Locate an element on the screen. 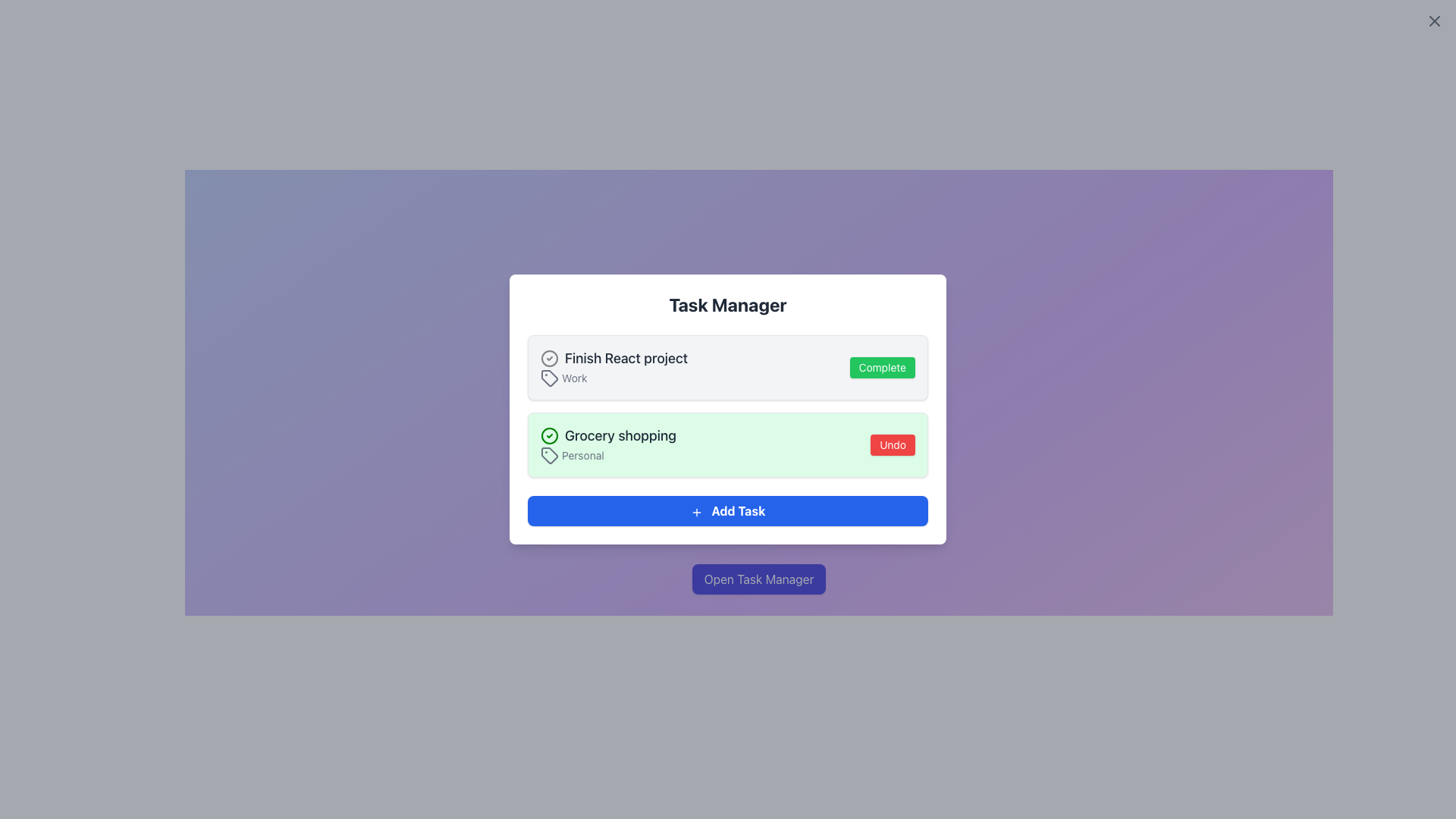  text displayed in the label that shows 'Grocery shopping Personal', which is located within a green-highlighted box in the Task Manager section is located at coordinates (608, 444).